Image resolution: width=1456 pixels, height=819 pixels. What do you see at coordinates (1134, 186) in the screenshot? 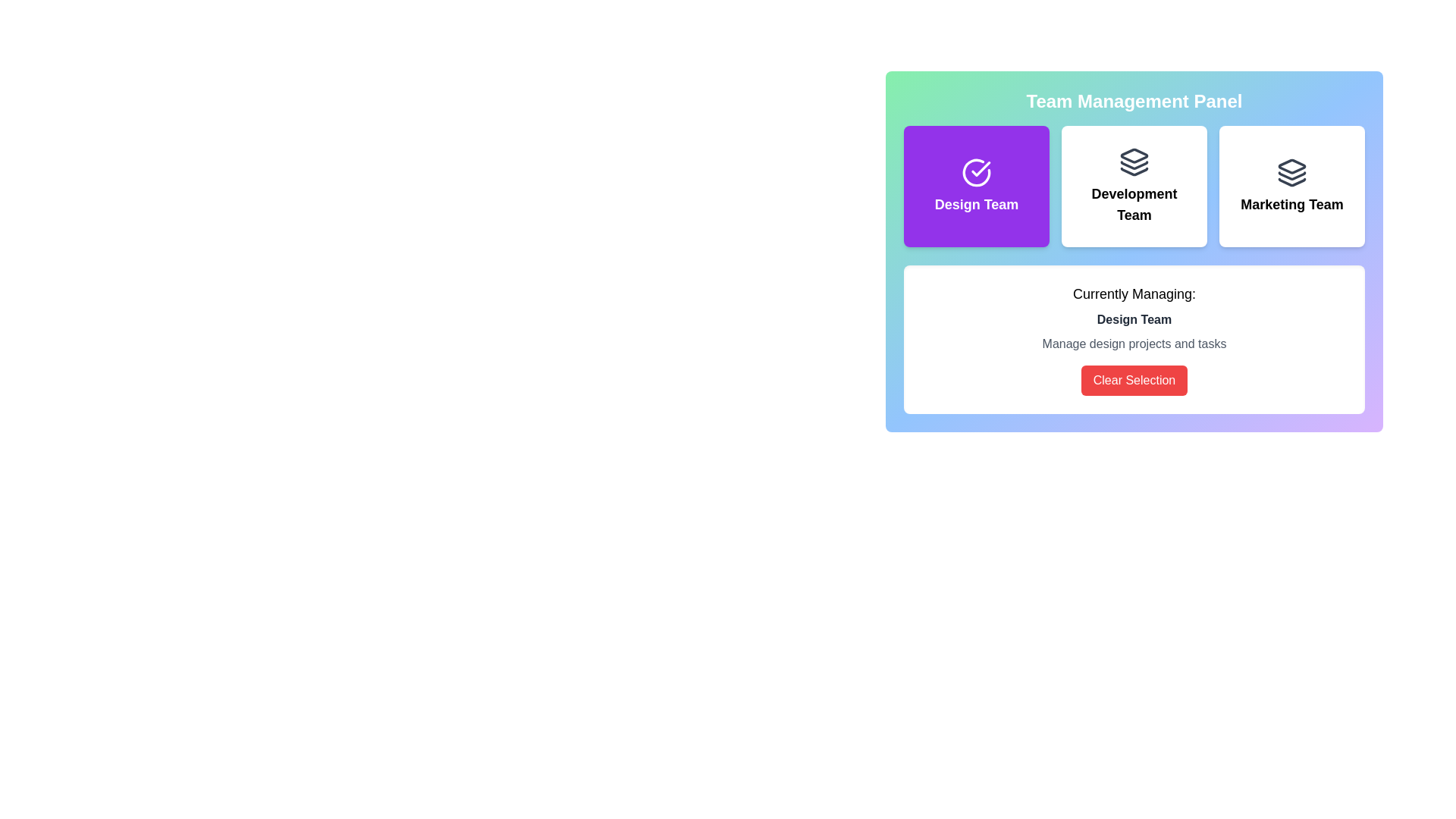
I see `the 'Development Team' button using keyboard navigation` at bounding box center [1134, 186].